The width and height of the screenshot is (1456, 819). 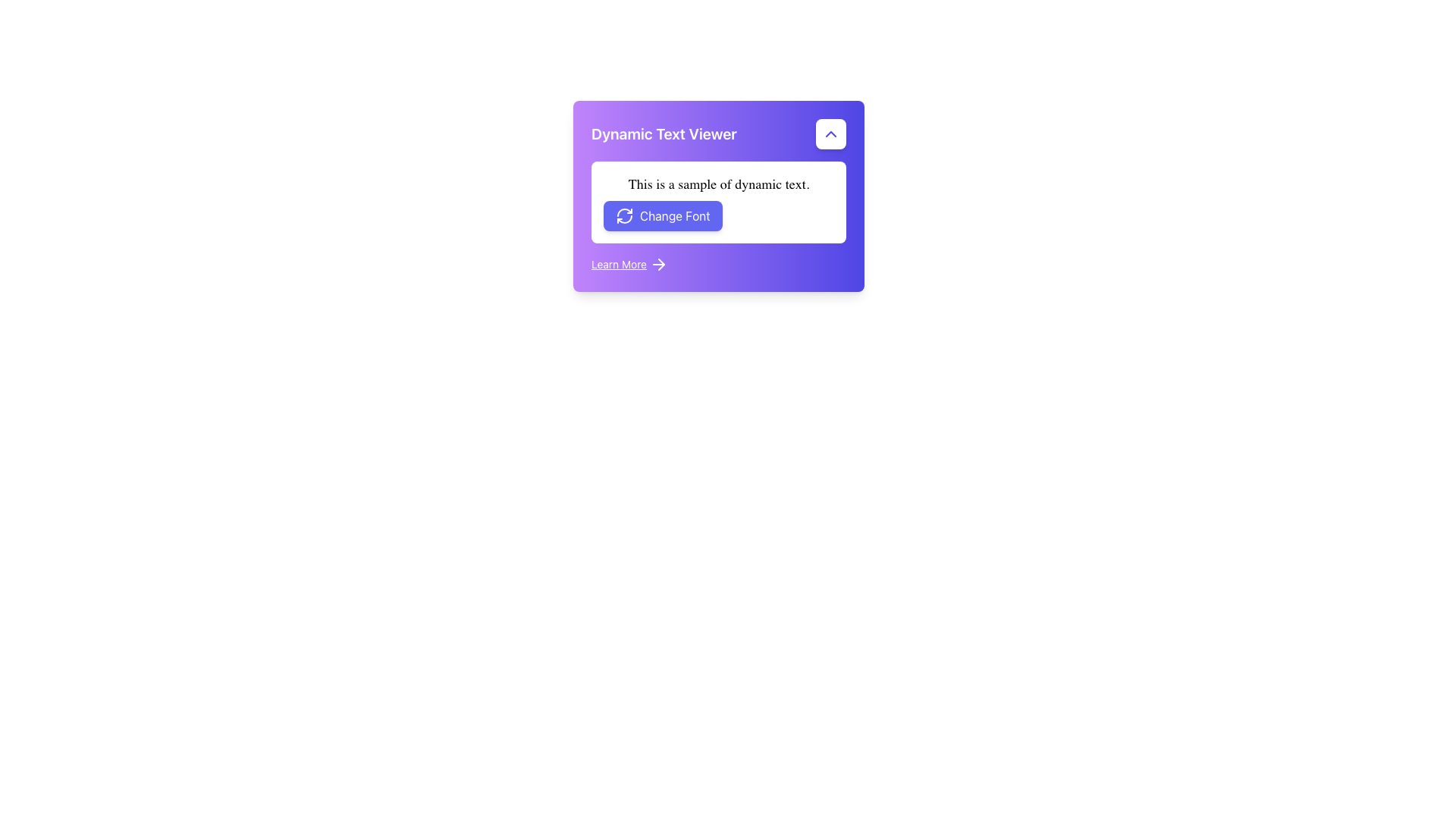 I want to click on the right arrow icon located immediately to the right of the 'Learn More' text in the bottom-left purple card interface to trigger a tooltip, so click(x=658, y=263).